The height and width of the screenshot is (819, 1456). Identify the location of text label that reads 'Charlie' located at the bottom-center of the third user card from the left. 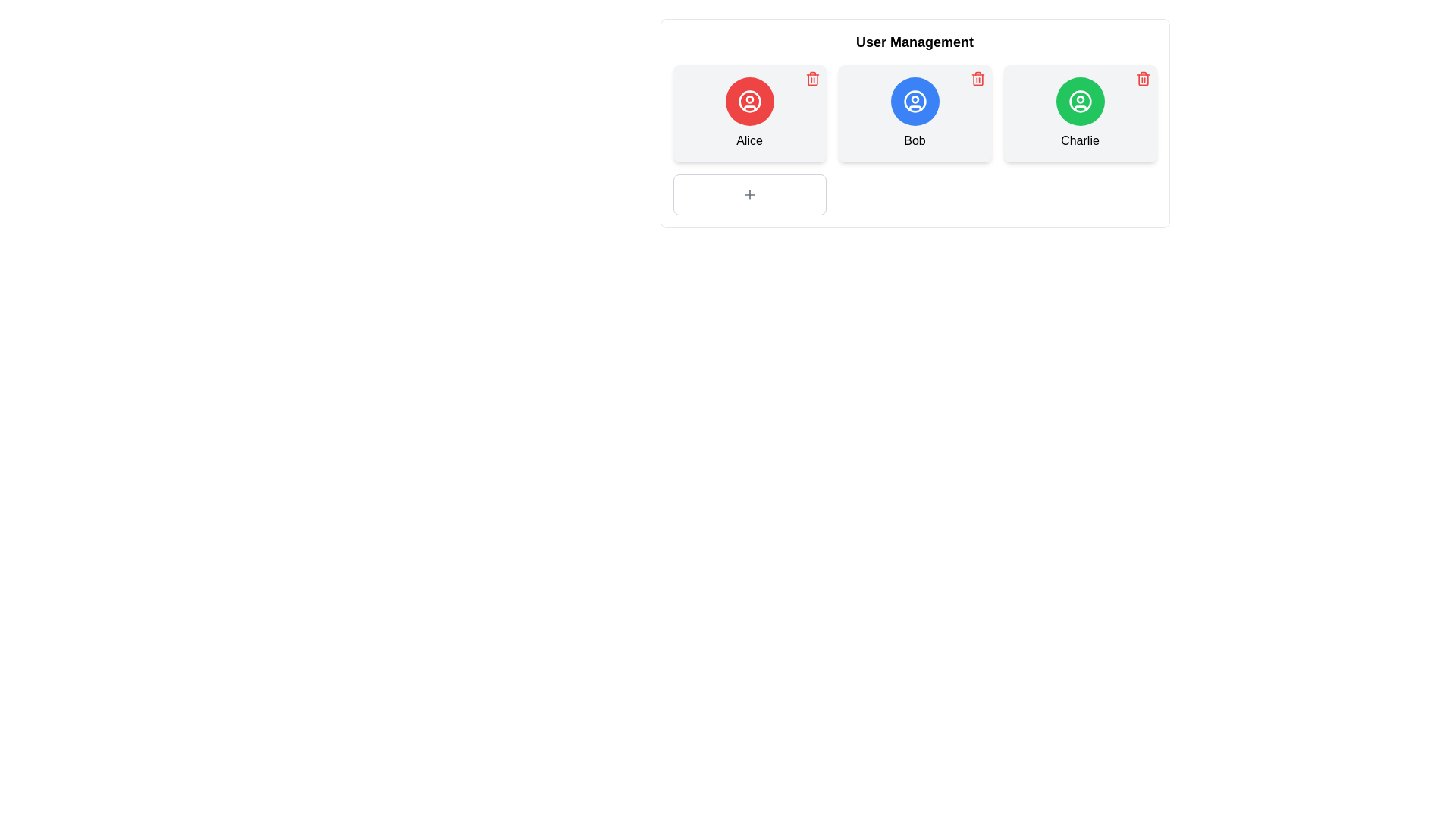
(1079, 140).